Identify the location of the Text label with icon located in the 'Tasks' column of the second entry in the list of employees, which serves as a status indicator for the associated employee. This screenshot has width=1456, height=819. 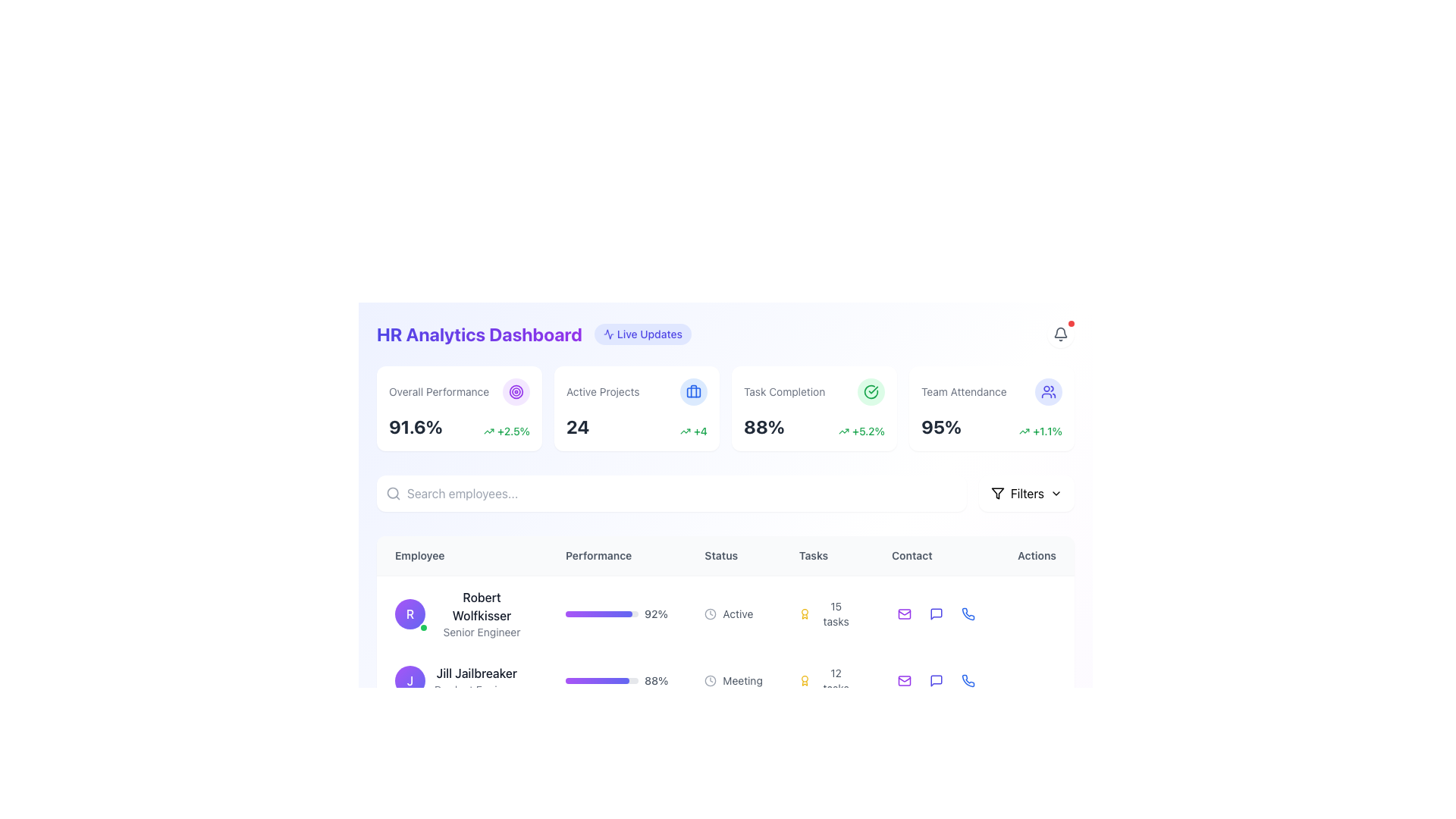
(733, 680).